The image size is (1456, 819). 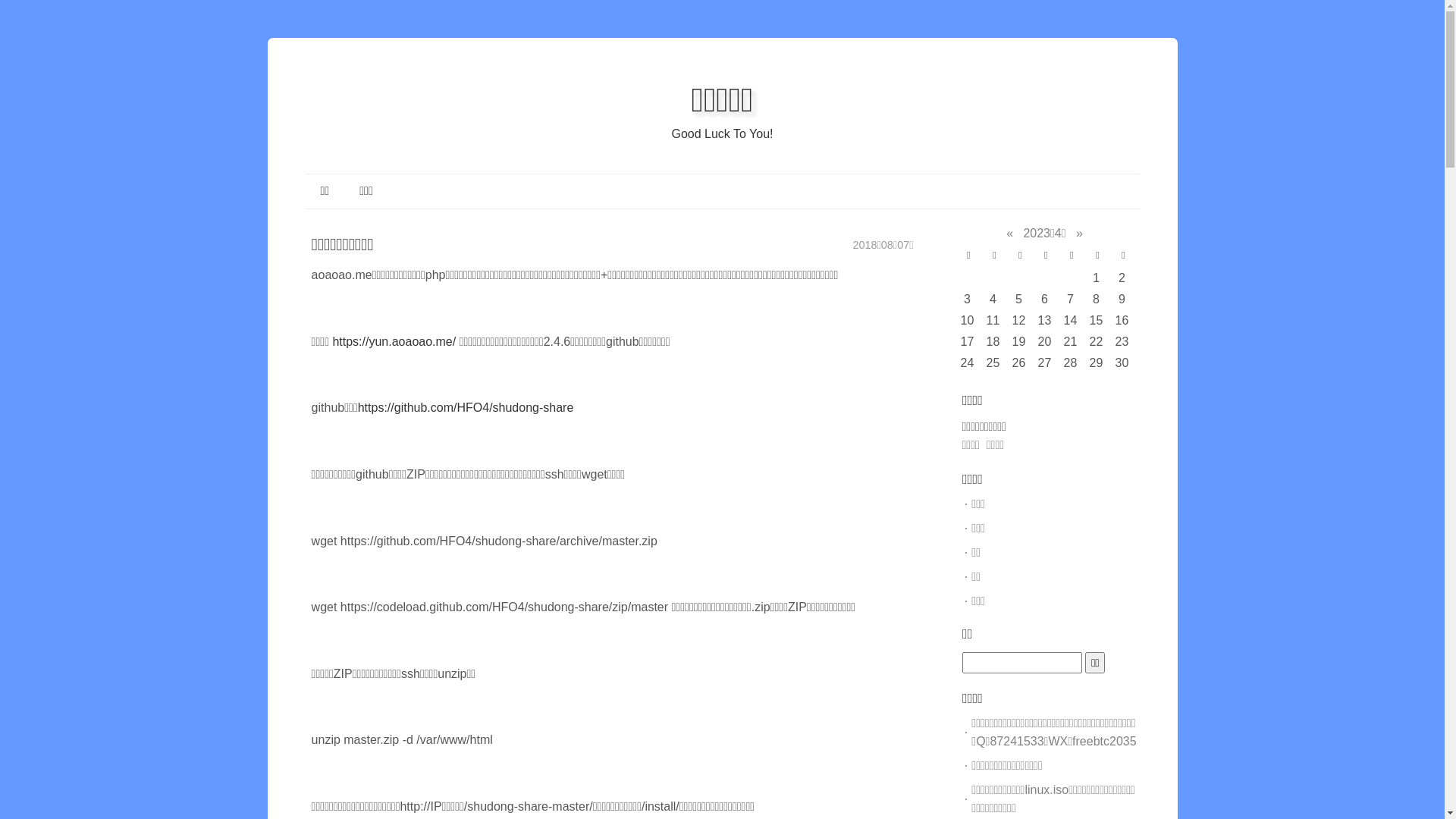 I want to click on 'https://github.com/HFO4/shudong-share', so click(x=465, y=406).